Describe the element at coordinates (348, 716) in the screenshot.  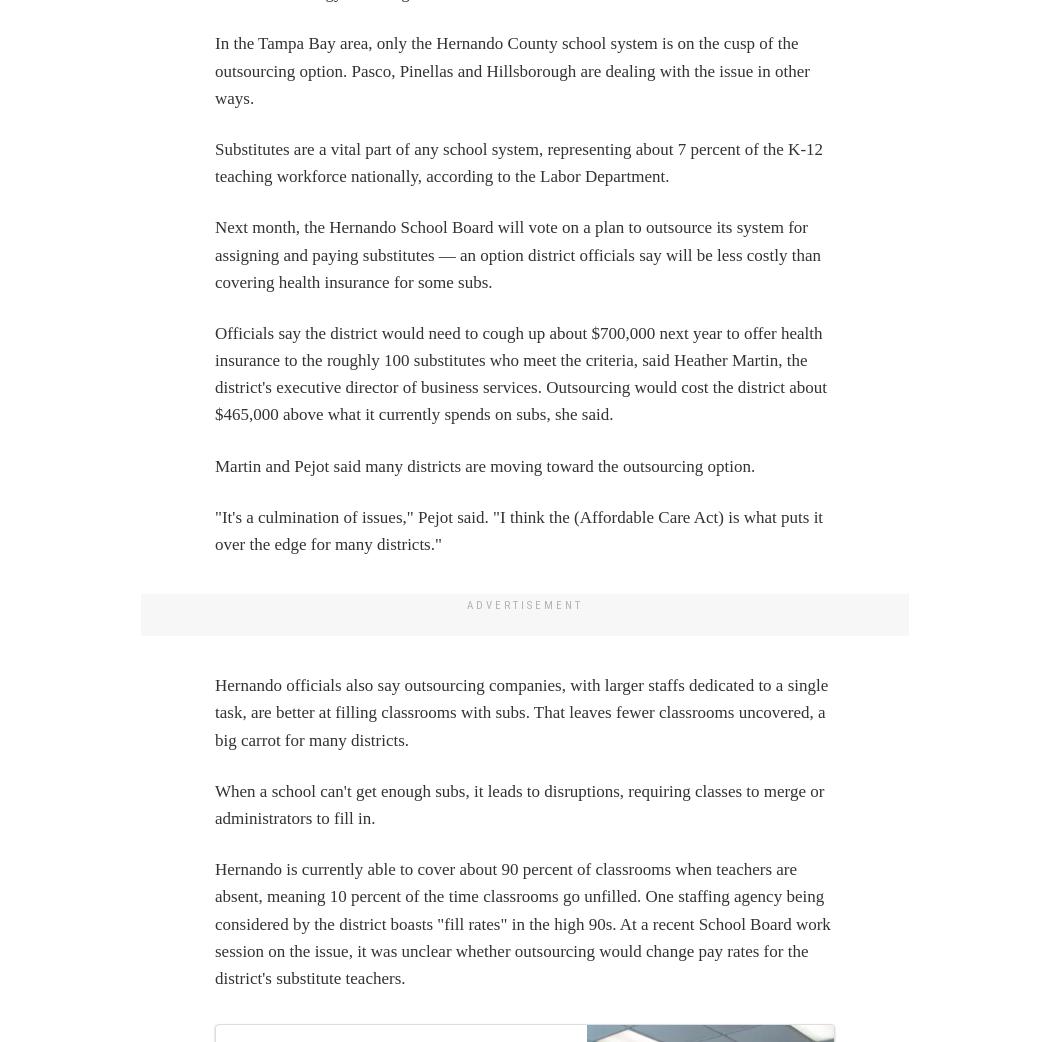
I see `'Careers'` at that location.